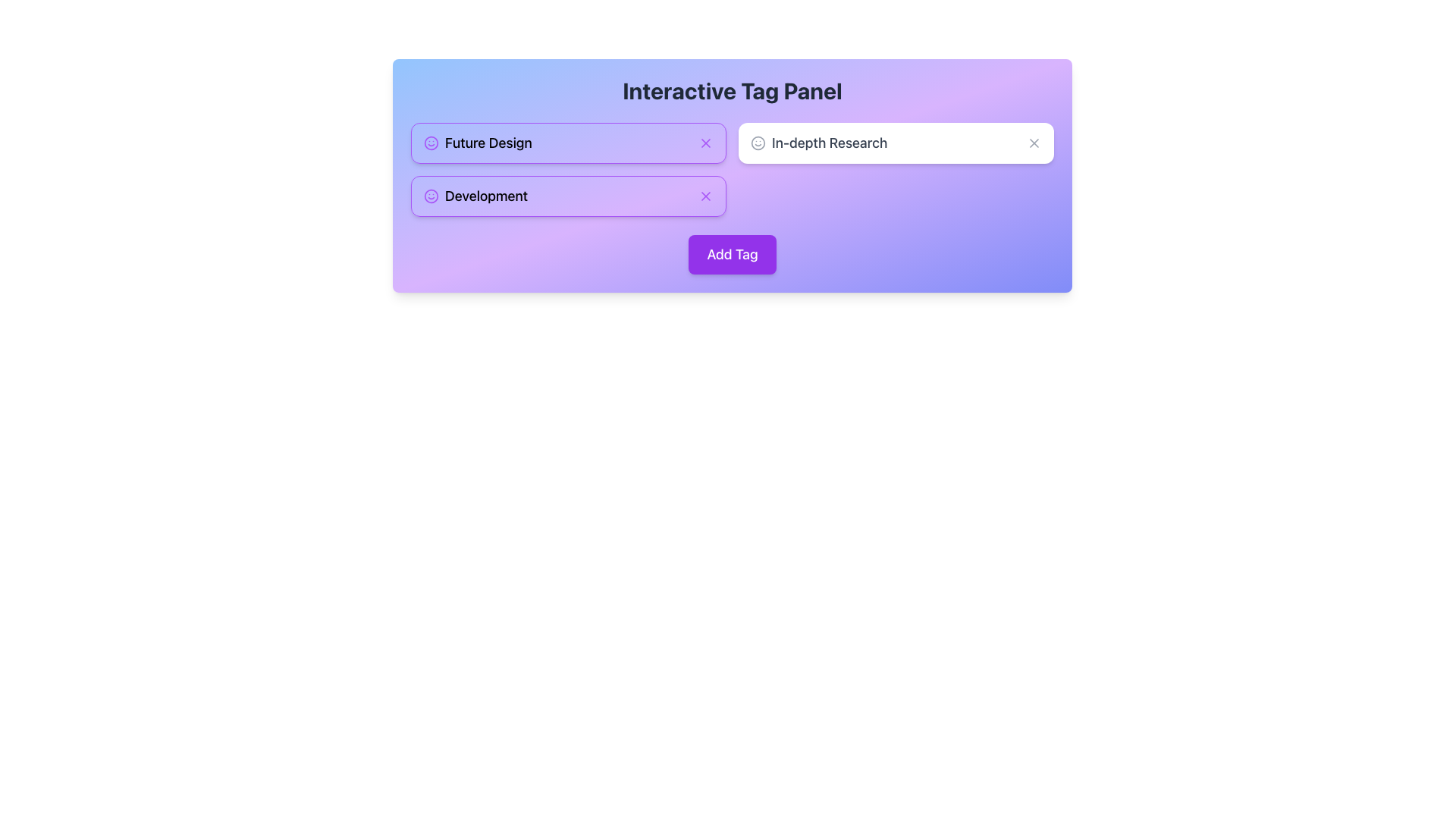 This screenshot has height=819, width=1456. What do you see at coordinates (818, 143) in the screenshot?
I see `the Text Label with Icon that indicates a category or classification, located in the top-right section of a horizontally arranged layout adjacent to 'Future Design' and 'Development' tags` at bounding box center [818, 143].